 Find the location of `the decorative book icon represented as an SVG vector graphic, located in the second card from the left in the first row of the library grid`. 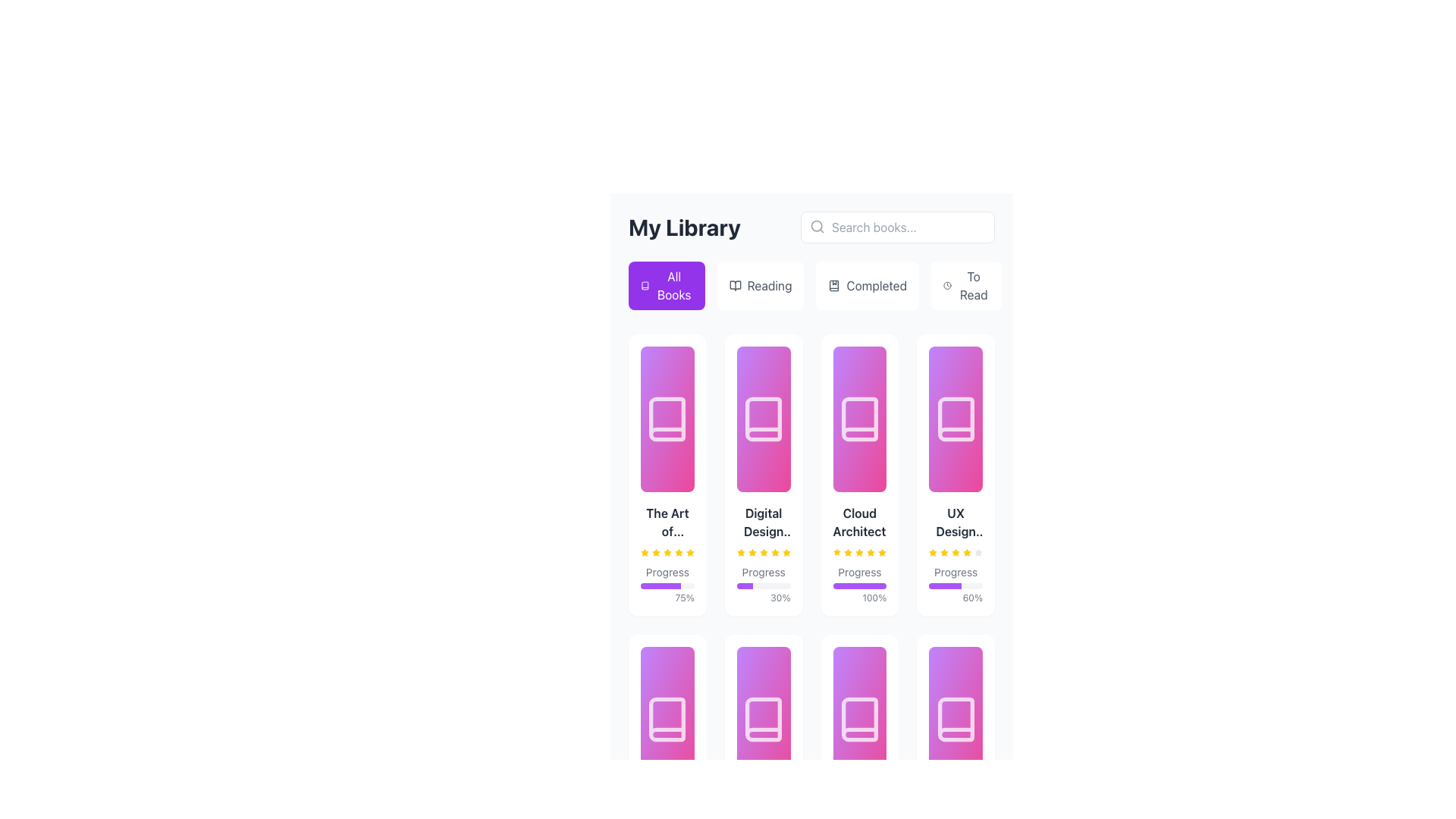

the decorative book icon represented as an SVG vector graphic, located in the second card from the left in the first row of the library grid is located at coordinates (764, 419).